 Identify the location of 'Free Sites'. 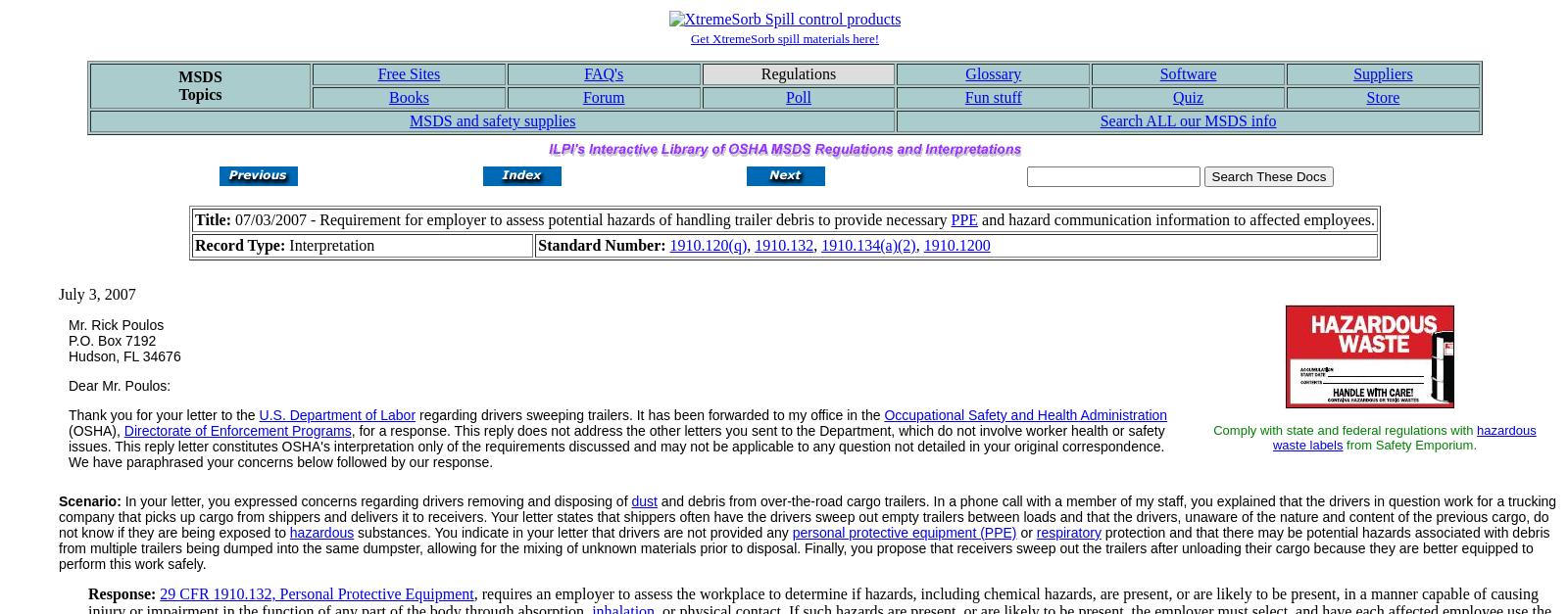
(407, 72).